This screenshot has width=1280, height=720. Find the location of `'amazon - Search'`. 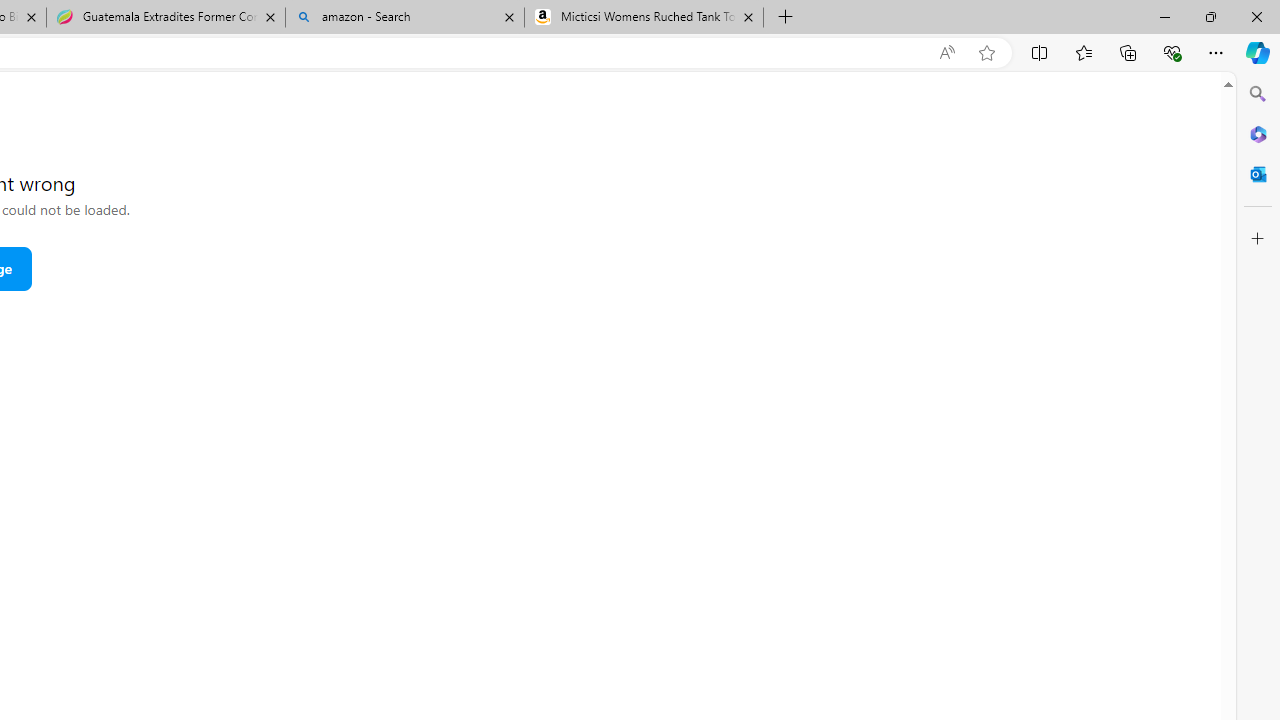

'amazon - Search' is located at coordinates (403, 17).